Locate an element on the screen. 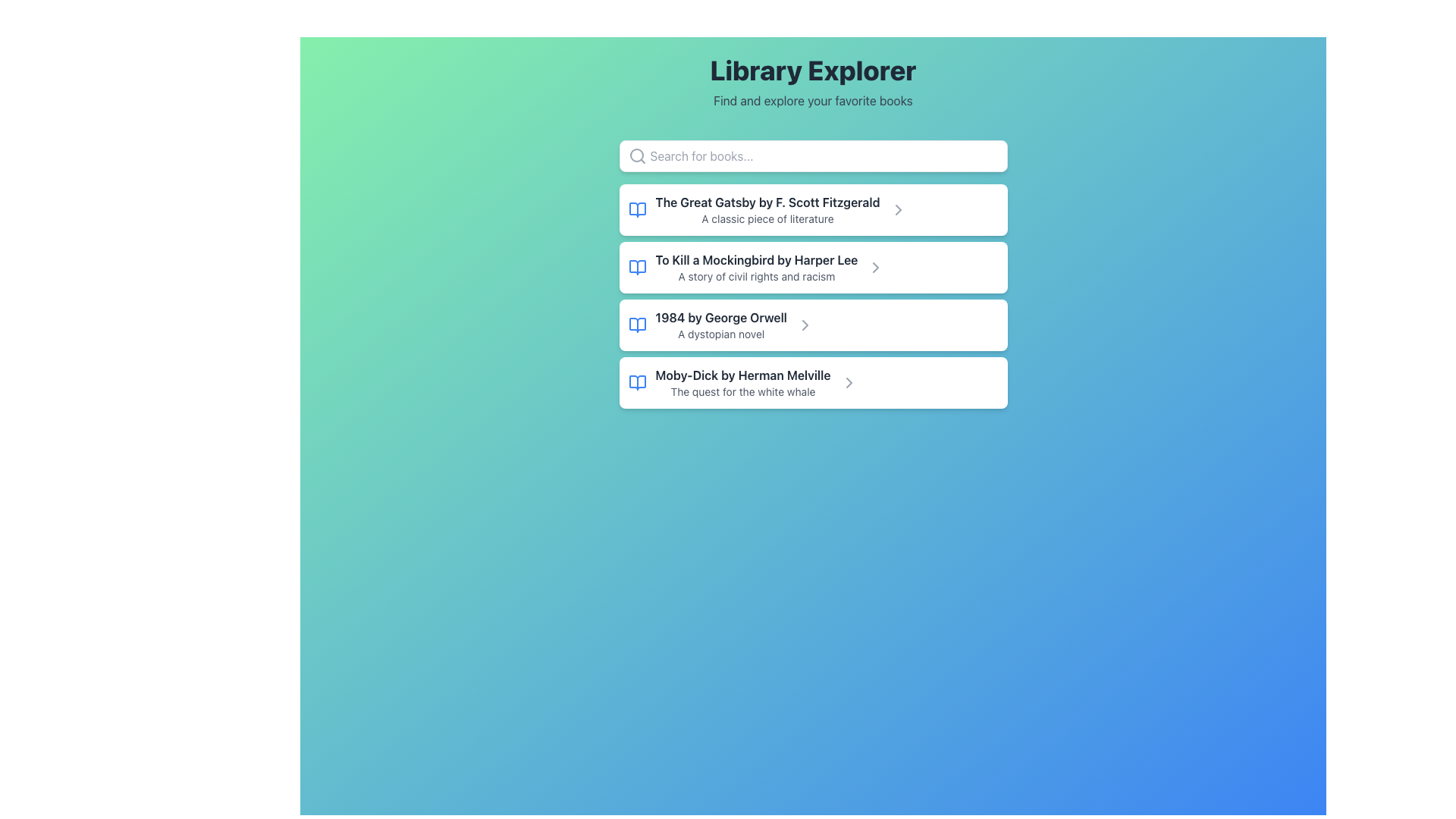 The image size is (1456, 819). the clickable card titled '1984 by George Orwell', which is the third card in the list is located at coordinates (812, 324).